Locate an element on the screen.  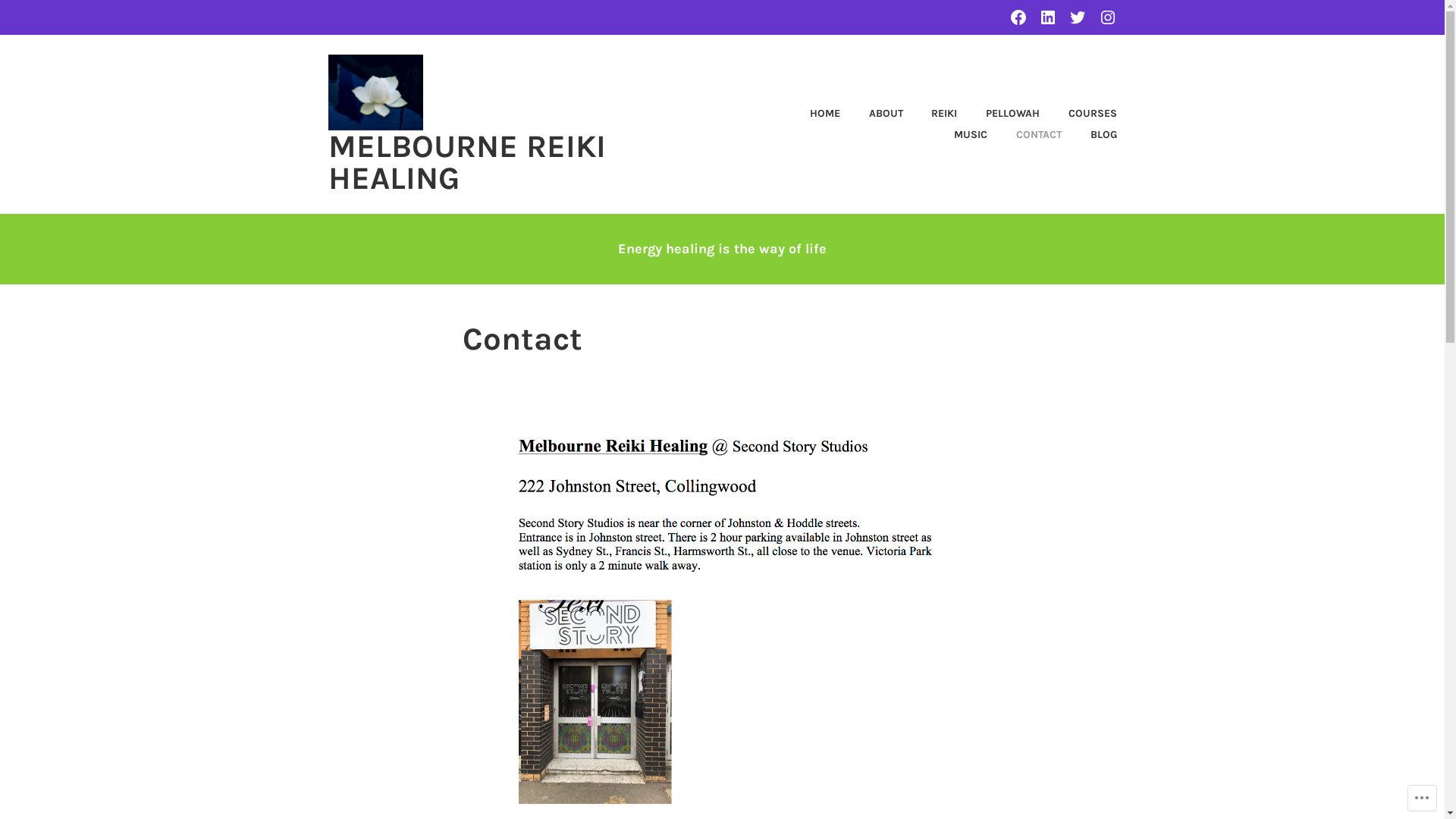
'REIKI' is located at coordinates (930, 113).